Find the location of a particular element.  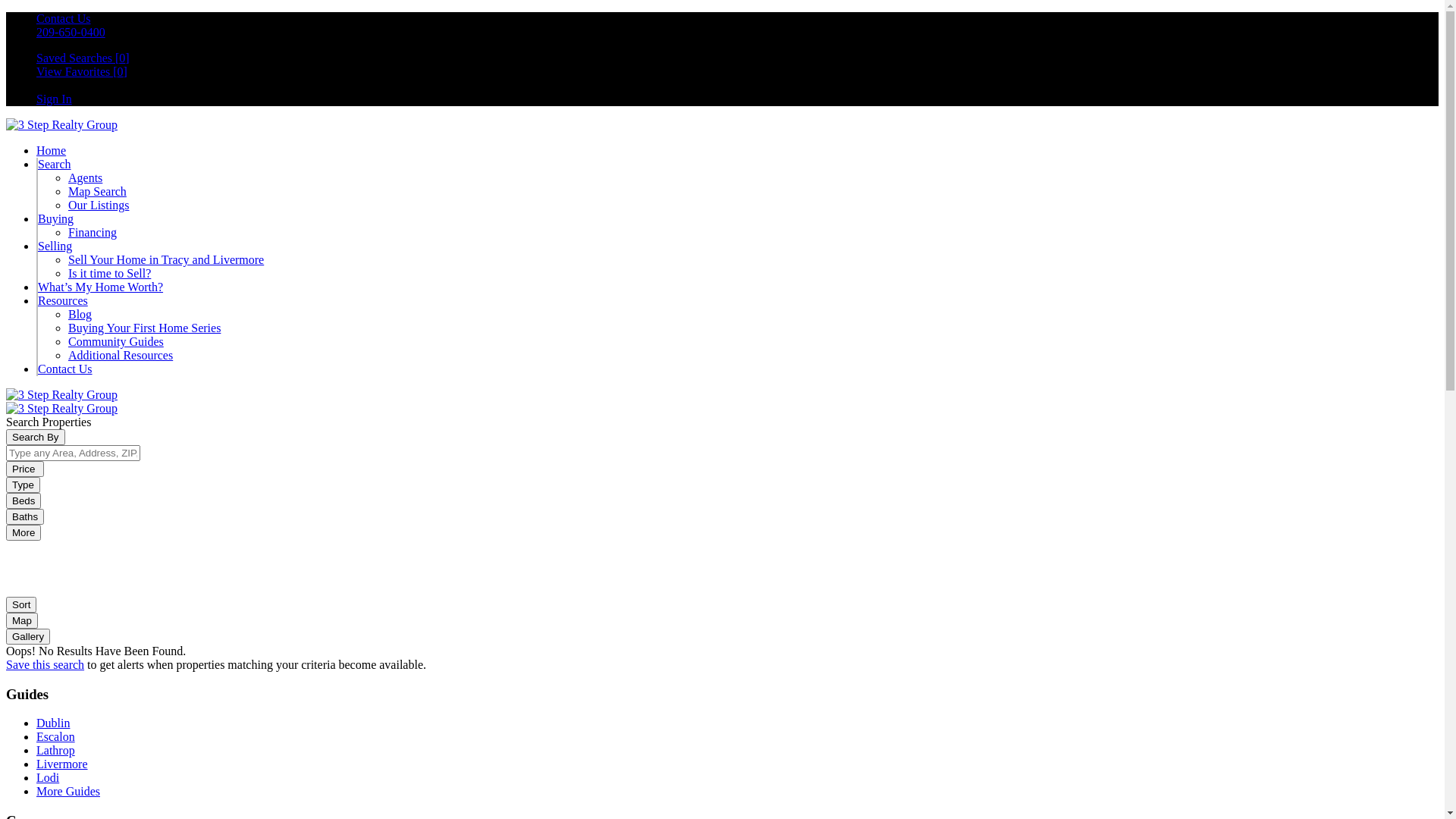

'Additional Resources' is located at coordinates (119, 355).